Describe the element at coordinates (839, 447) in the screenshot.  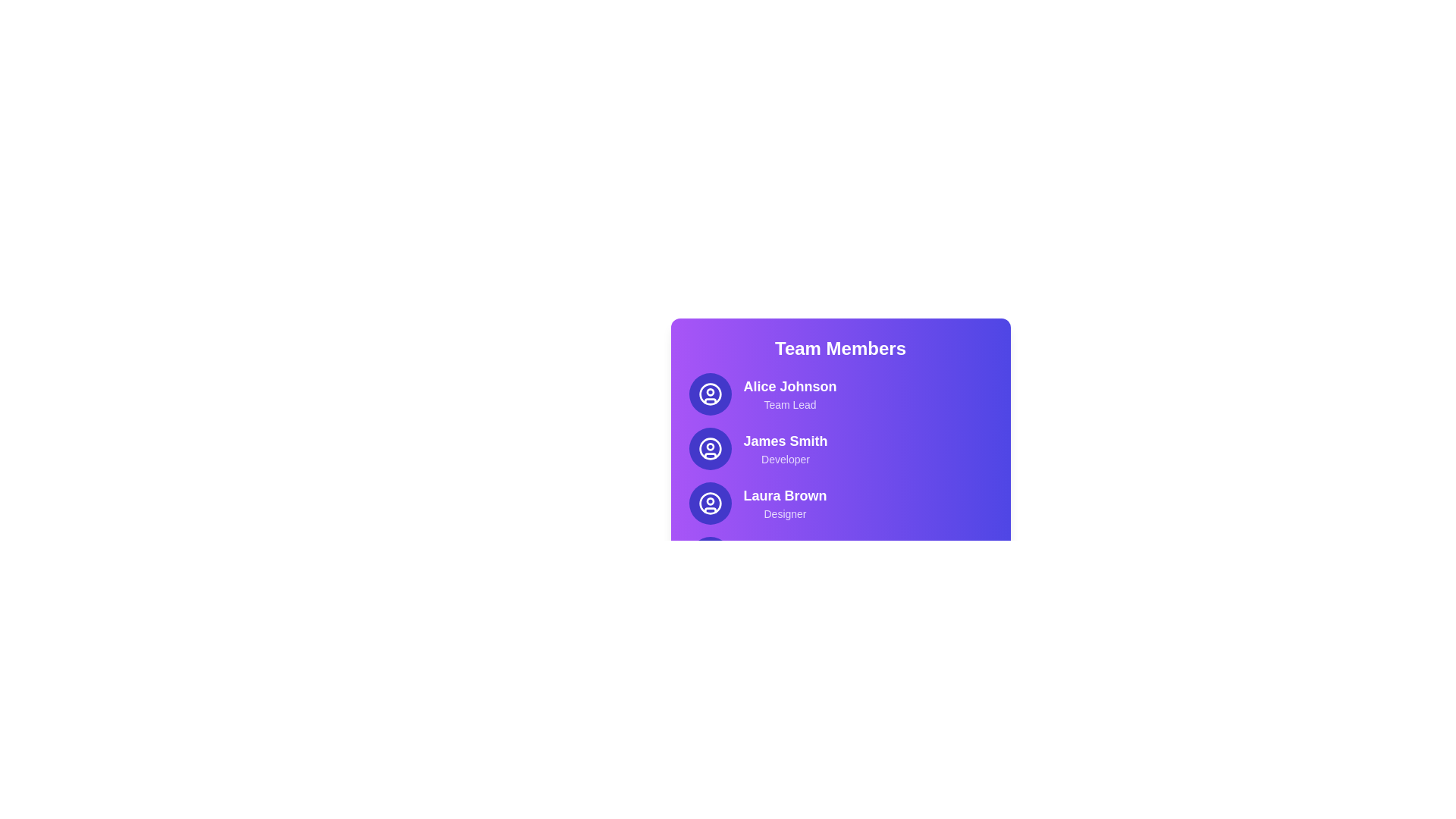
I see `the second list item representing a team member, located between 'Alice Johnson' and 'Laura Brown'` at that location.